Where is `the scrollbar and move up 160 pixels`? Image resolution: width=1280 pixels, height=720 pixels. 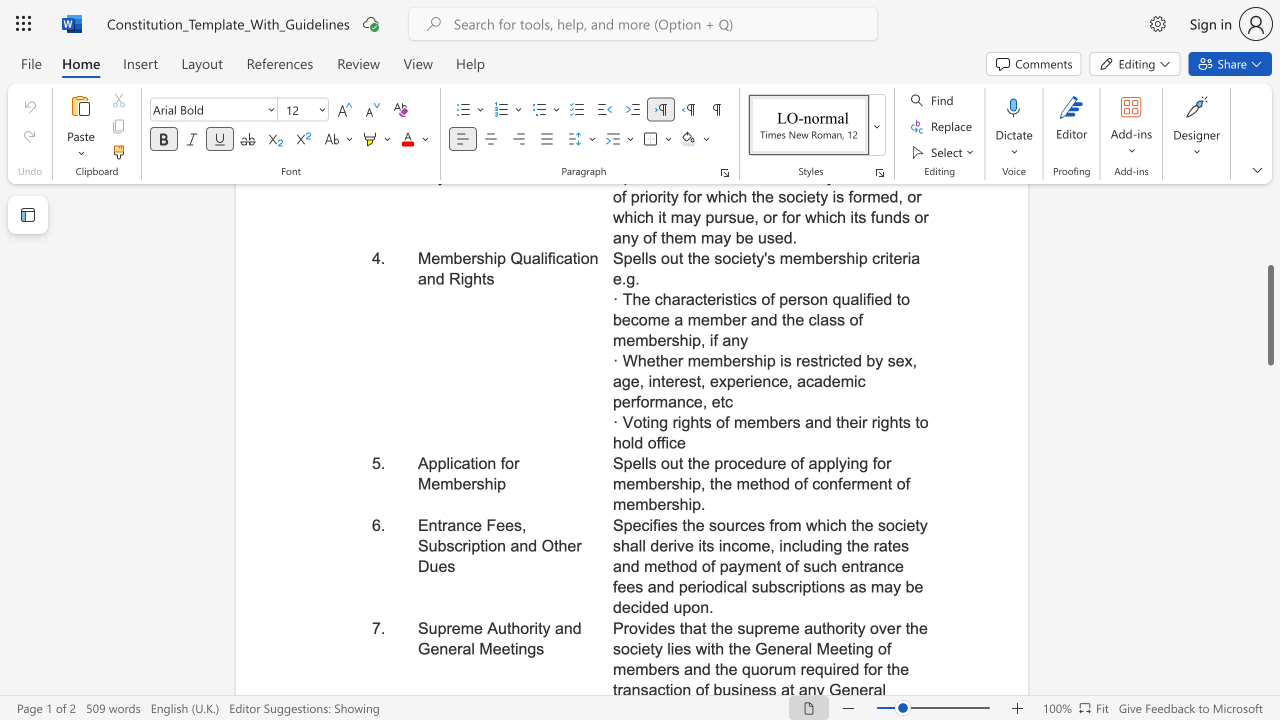
the scrollbar and move up 160 pixels is located at coordinates (1269, 315).